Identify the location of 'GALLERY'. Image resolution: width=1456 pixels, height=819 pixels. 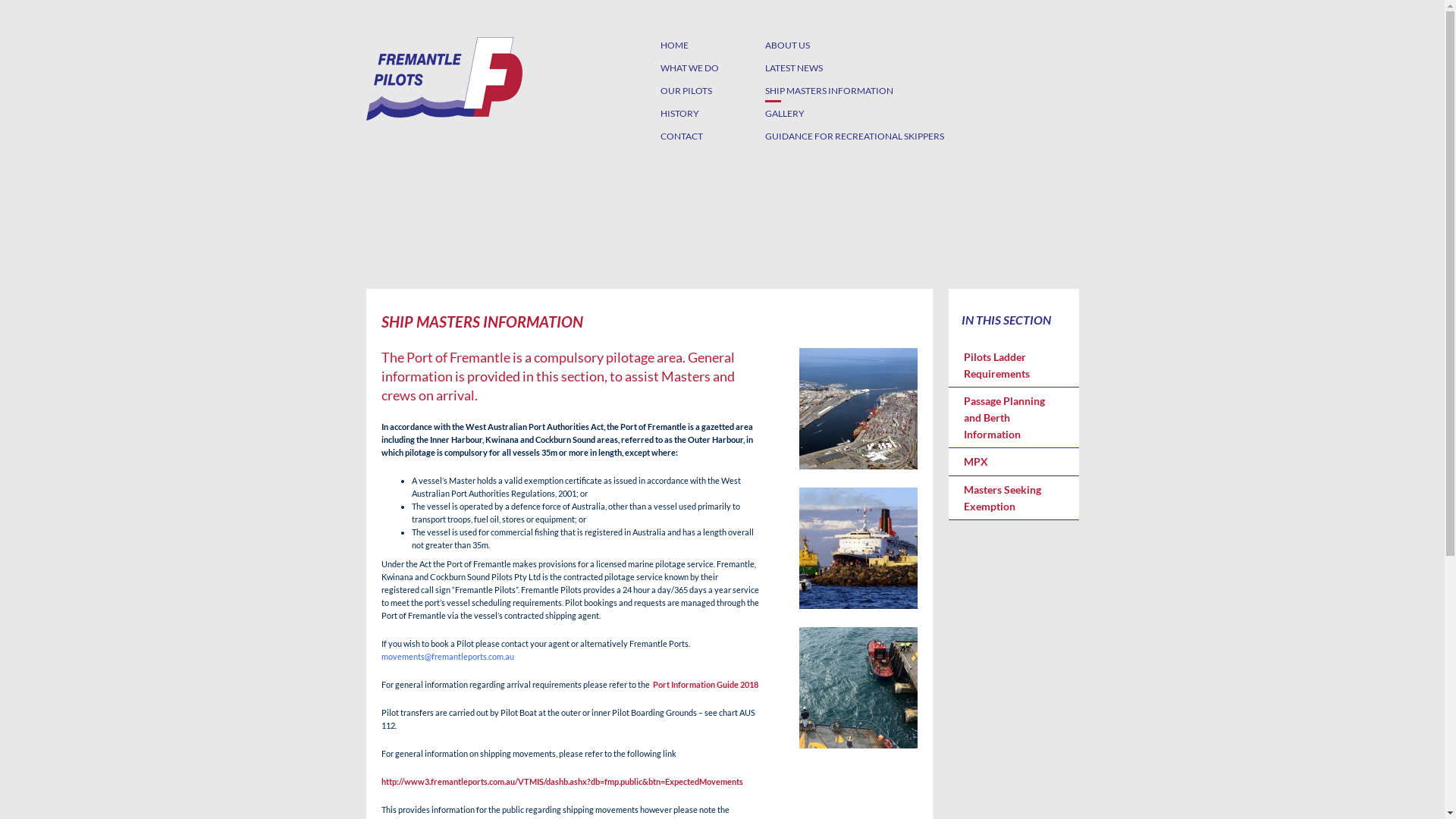
(783, 112).